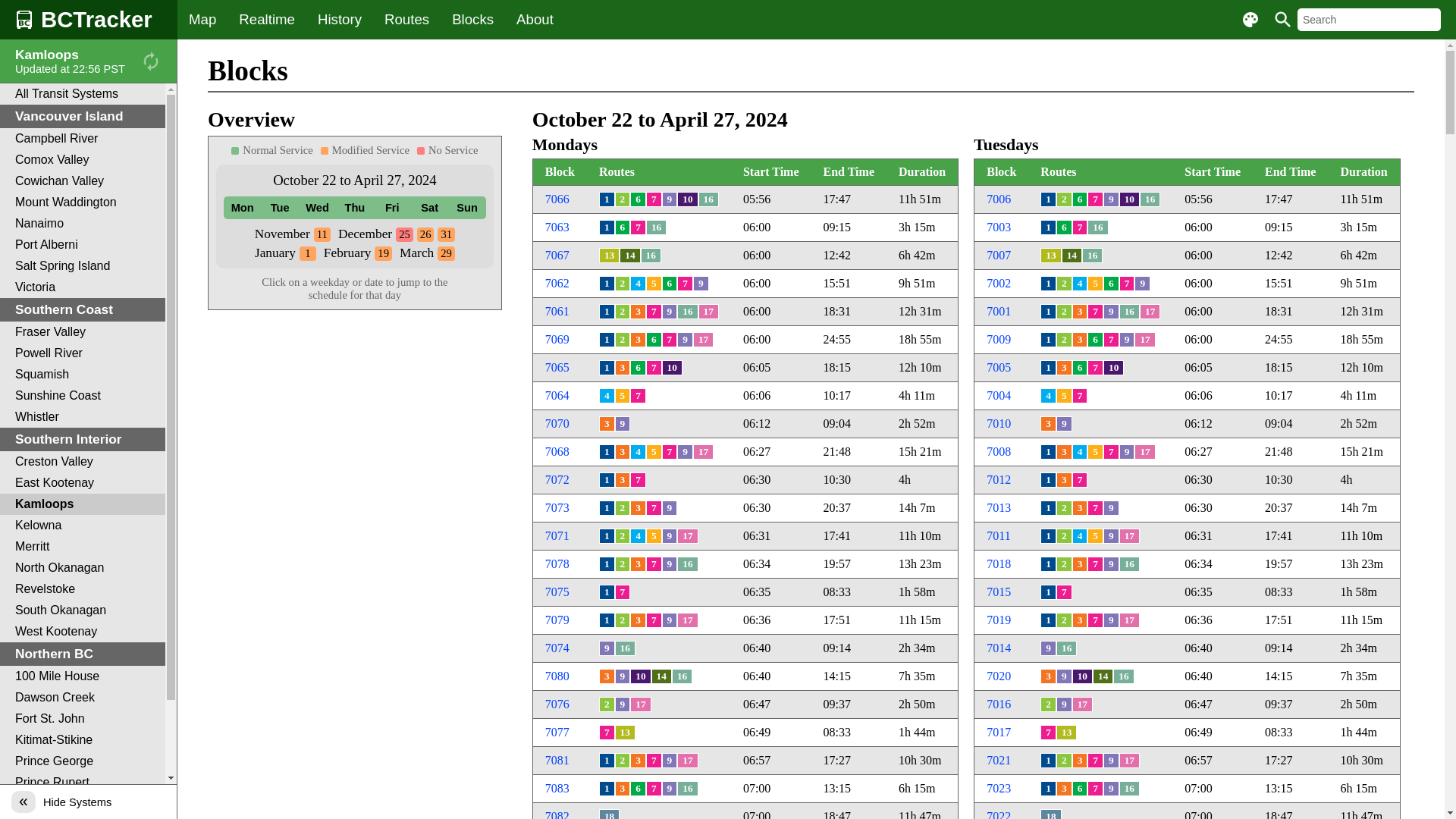  I want to click on '3', so click(1072, 508).